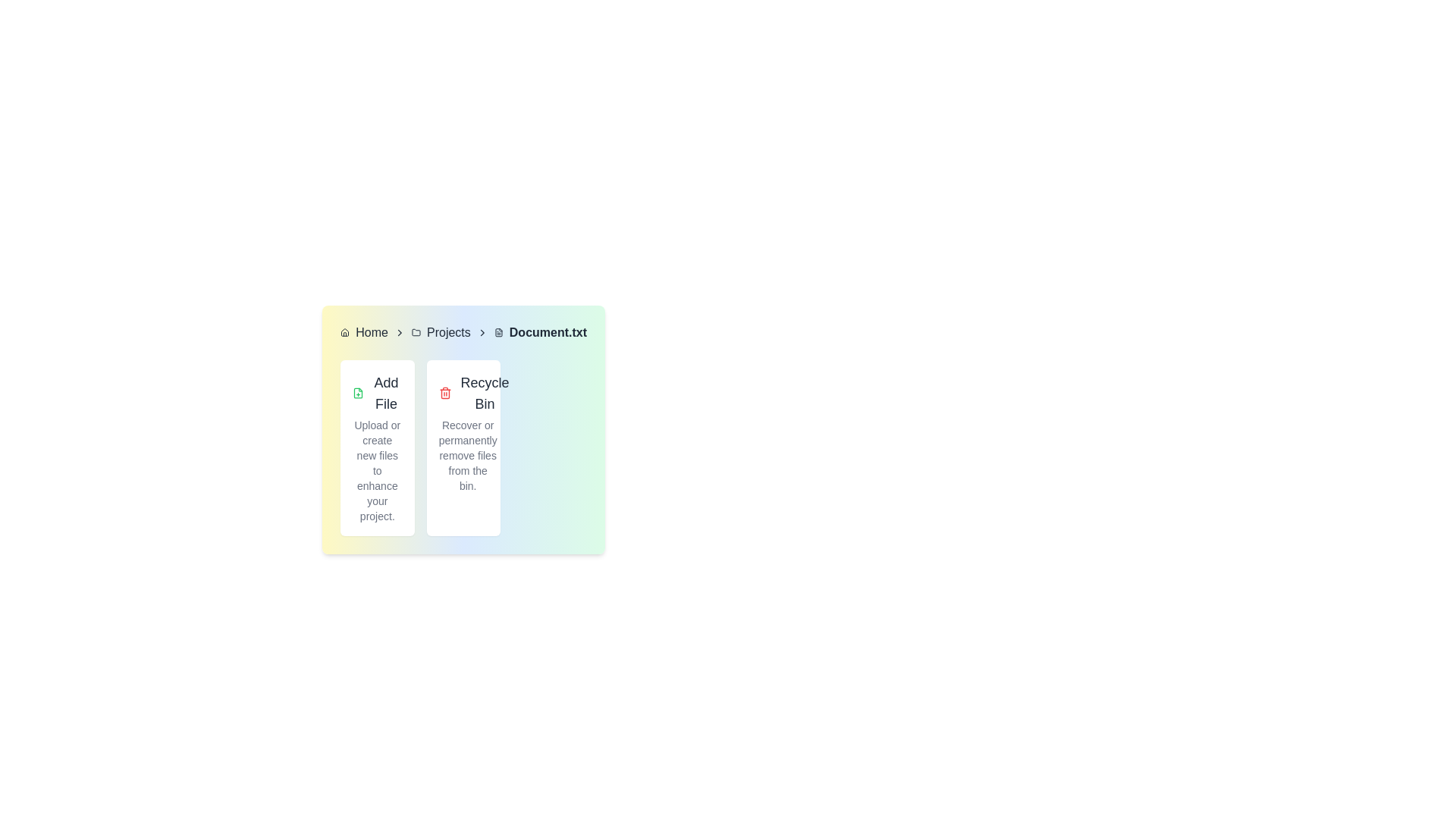 This screenshot has height=819, width=1456. I want to click on the right-pointing black chevron icon located between the 'Home' and 'Projects' text in the breadcrumb navigation, so click(400, 332).